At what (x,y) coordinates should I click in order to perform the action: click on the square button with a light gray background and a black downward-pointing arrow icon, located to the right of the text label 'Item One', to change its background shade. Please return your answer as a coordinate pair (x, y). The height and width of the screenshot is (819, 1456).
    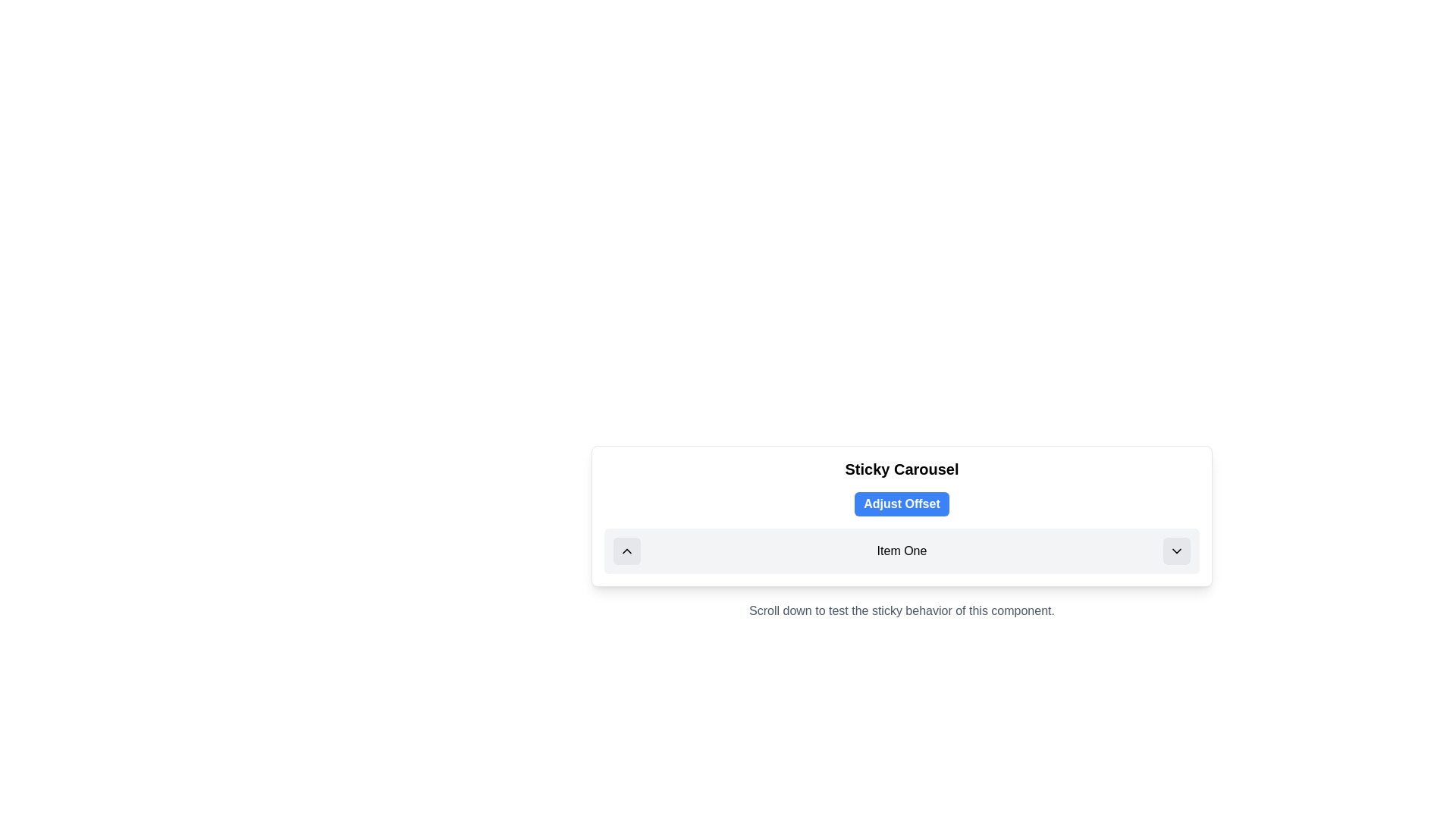
    Looking at the image, I should click on (1175, 551).